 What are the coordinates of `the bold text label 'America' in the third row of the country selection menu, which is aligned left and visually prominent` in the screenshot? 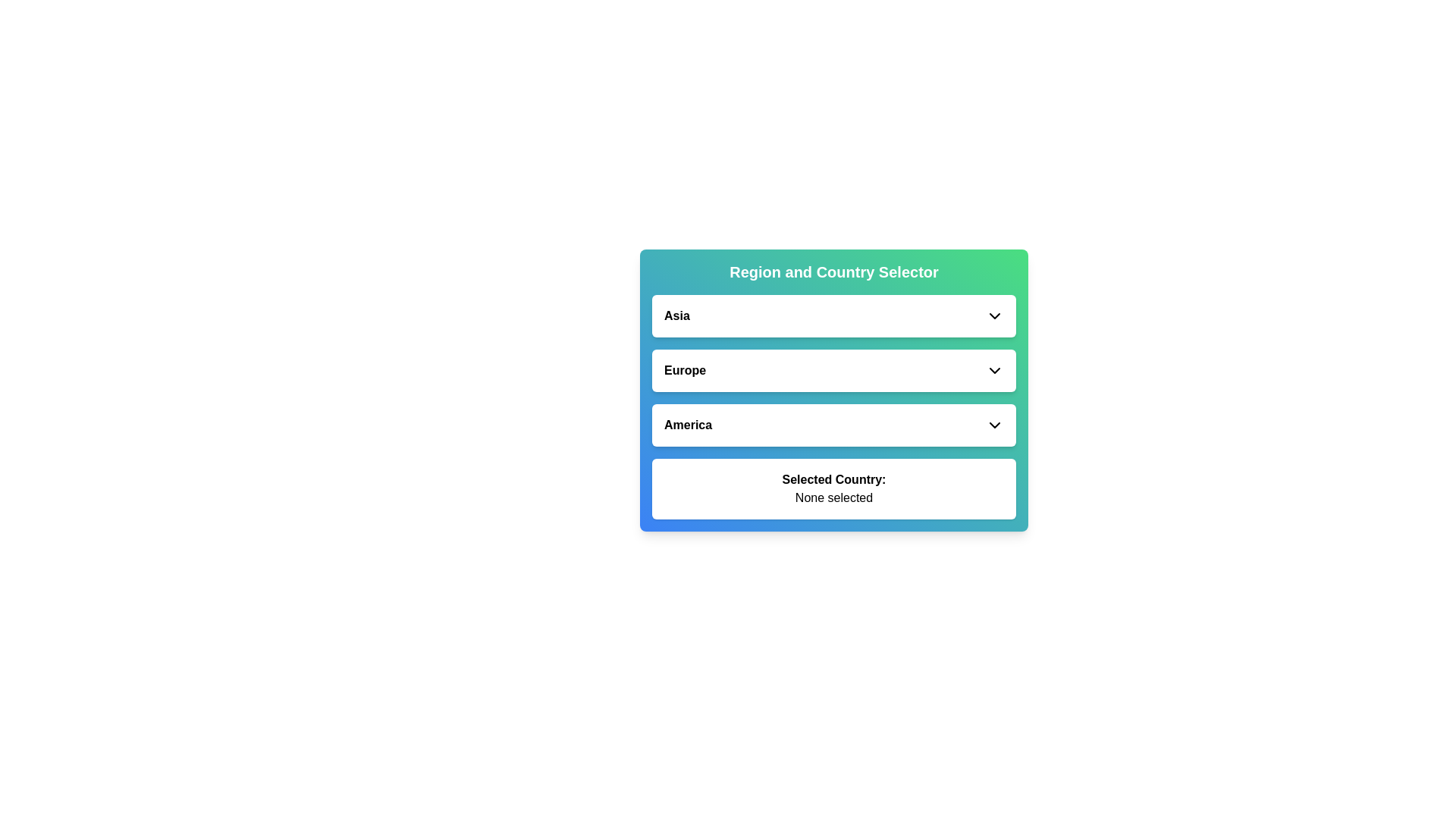 It's located at (687, 425).